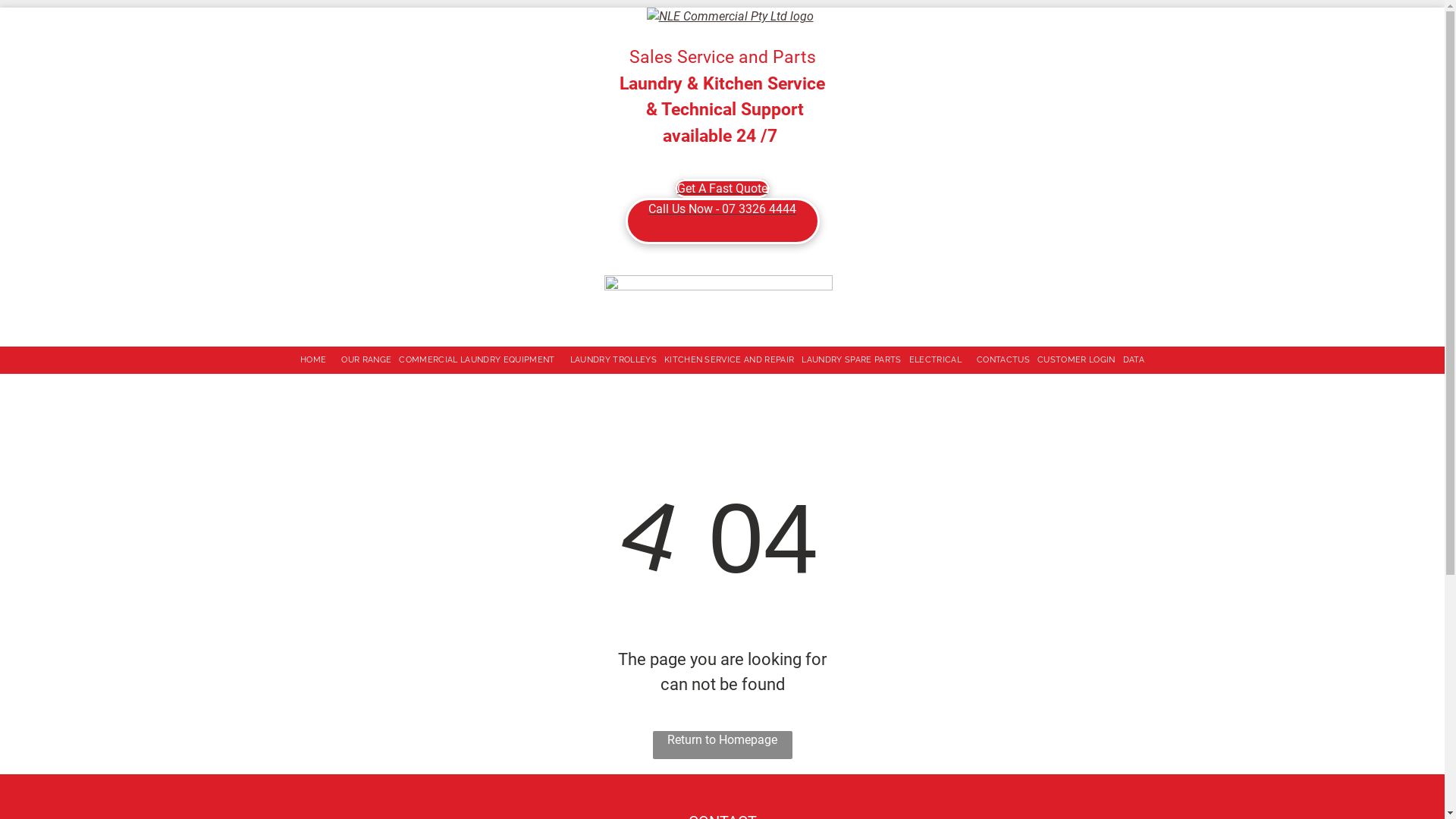  Describe the element at coordinates (1003, 360) in the screenshot. I see `'CONTACTUS'` at that location.